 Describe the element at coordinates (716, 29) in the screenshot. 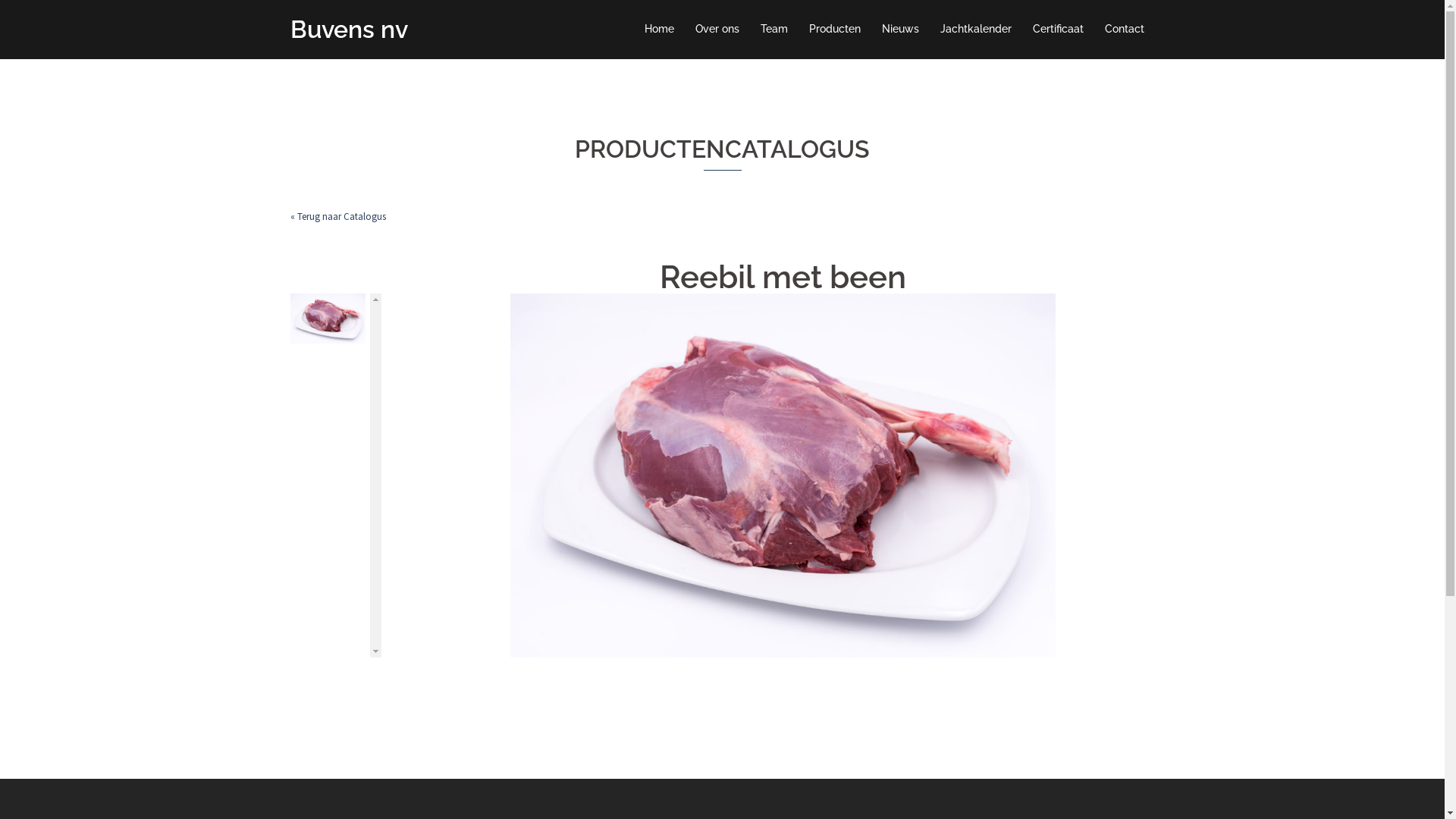

I see `'Over ons'` at that location.